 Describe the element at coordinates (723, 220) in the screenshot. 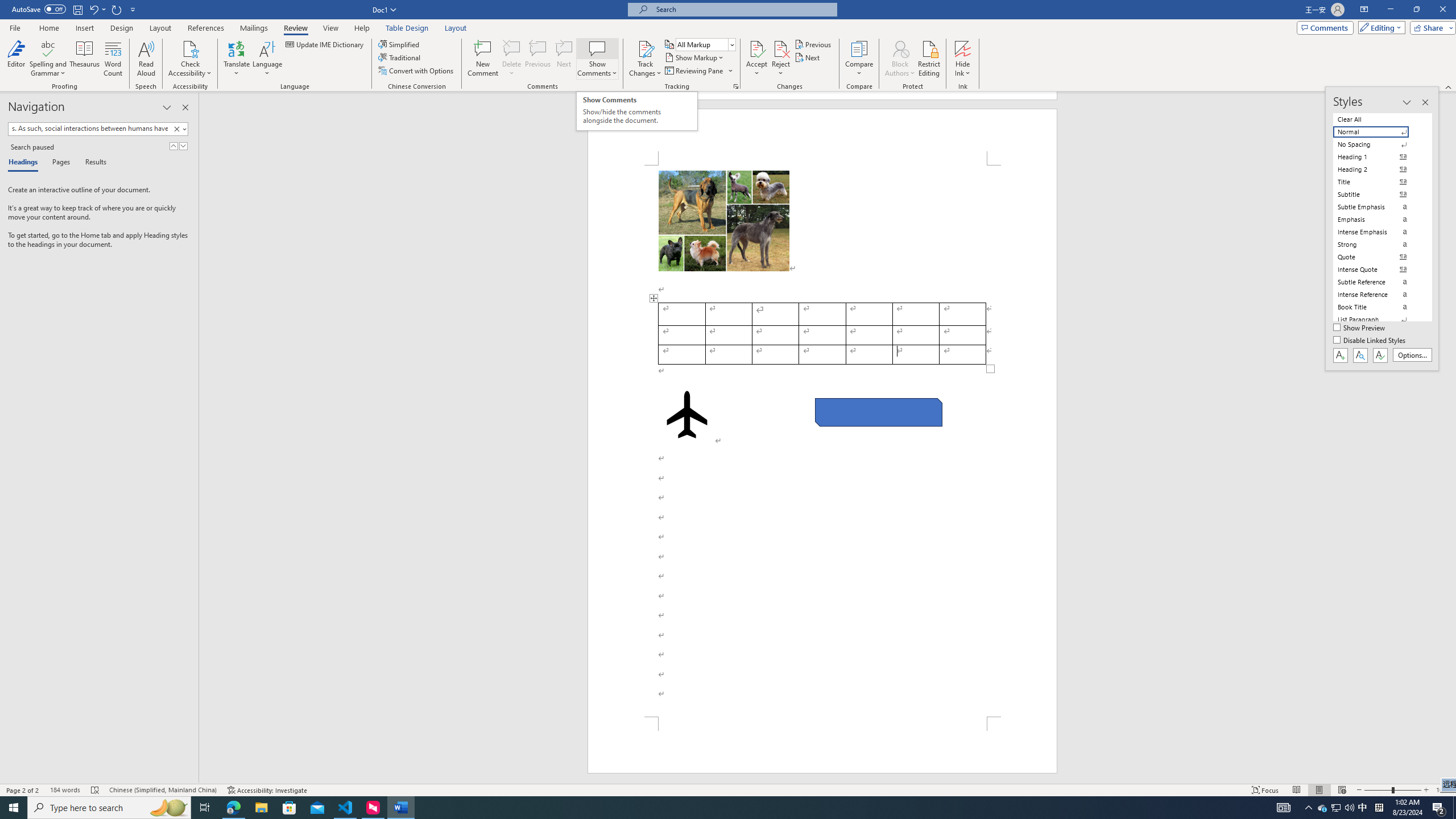

I see `'Morphological variation in six dogs'` at that location.